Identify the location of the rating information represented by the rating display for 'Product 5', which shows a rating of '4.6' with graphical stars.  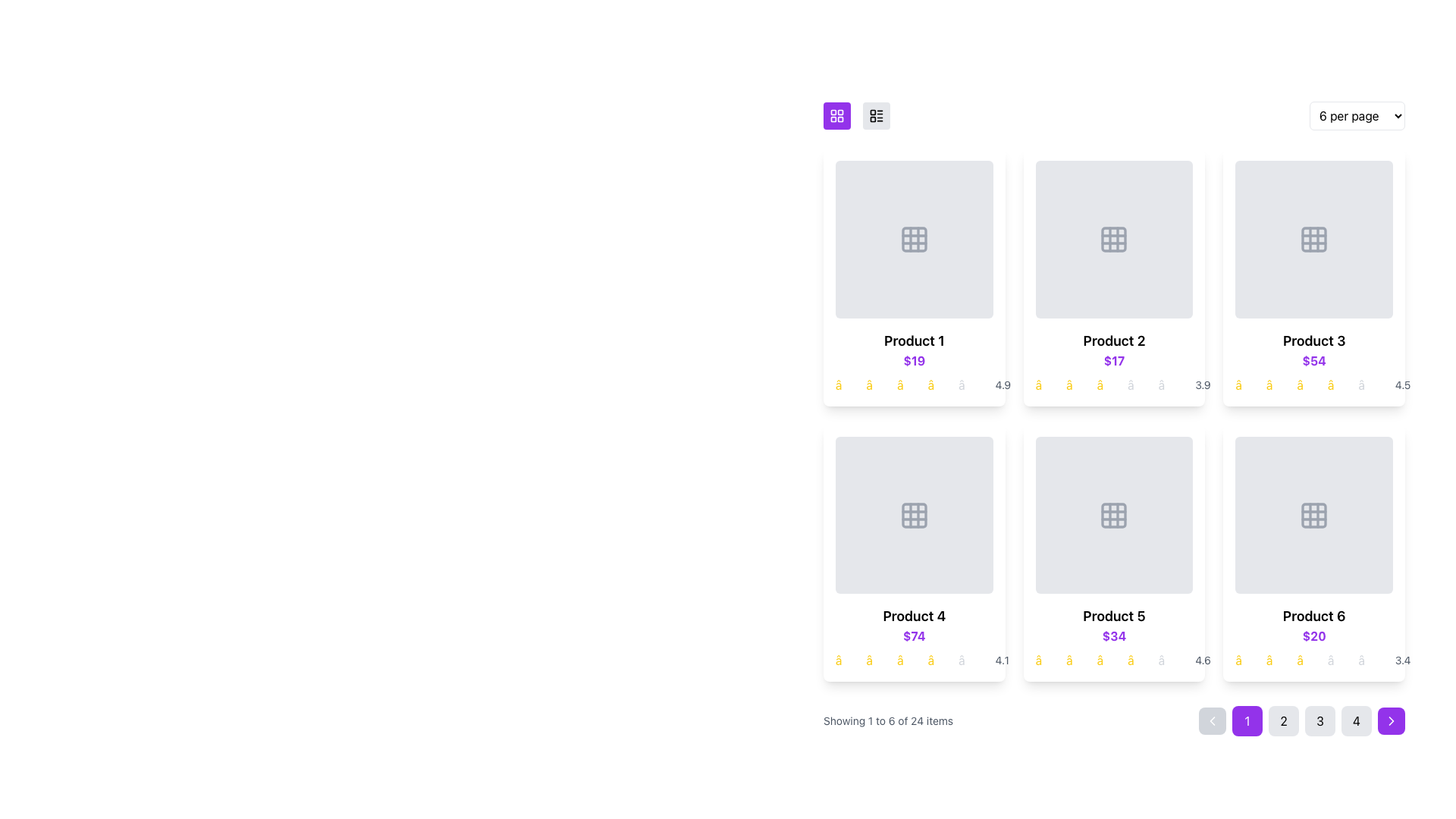
(1114, 660).